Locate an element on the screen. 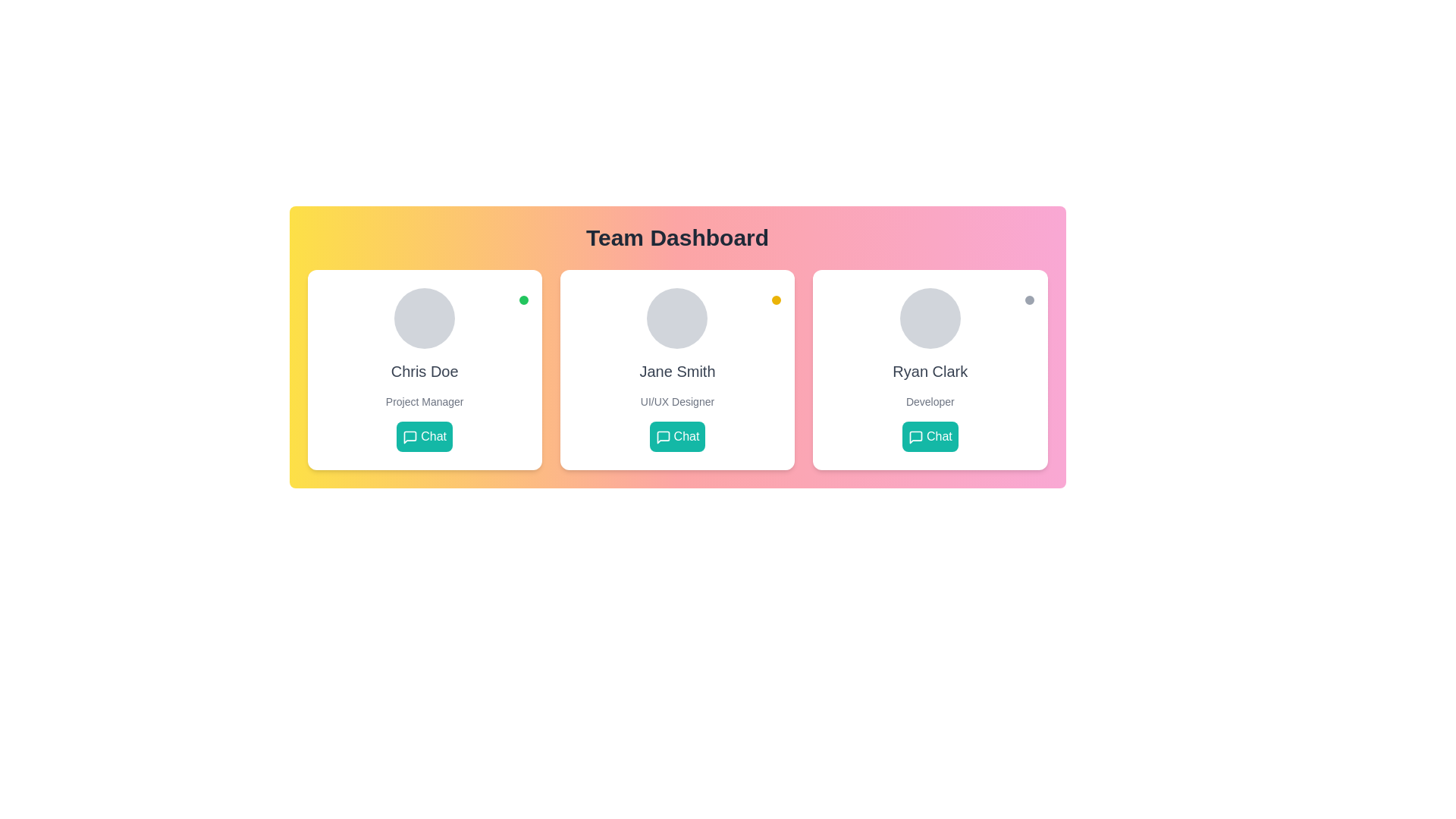 The height and width of the screenshot is (819, 1456). the image placeholder located at the top of the rightmost card that displays the profile picture for 'Ryan Clark', the Developer is located at coordinates (929, 318).